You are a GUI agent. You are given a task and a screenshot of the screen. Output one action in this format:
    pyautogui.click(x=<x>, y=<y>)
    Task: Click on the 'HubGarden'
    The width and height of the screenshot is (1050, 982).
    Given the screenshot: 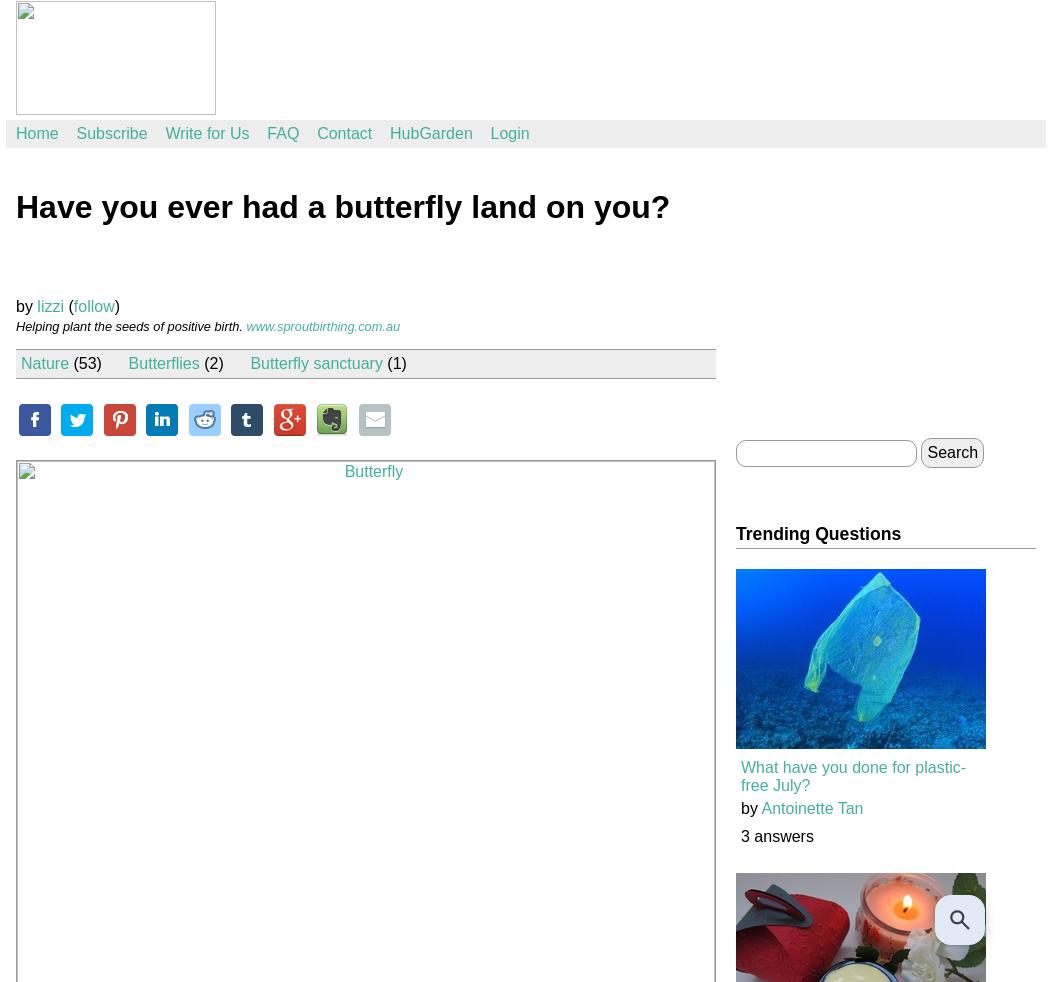 What is the action you would take?
    pyautogui.click(x=430, y=132)
    